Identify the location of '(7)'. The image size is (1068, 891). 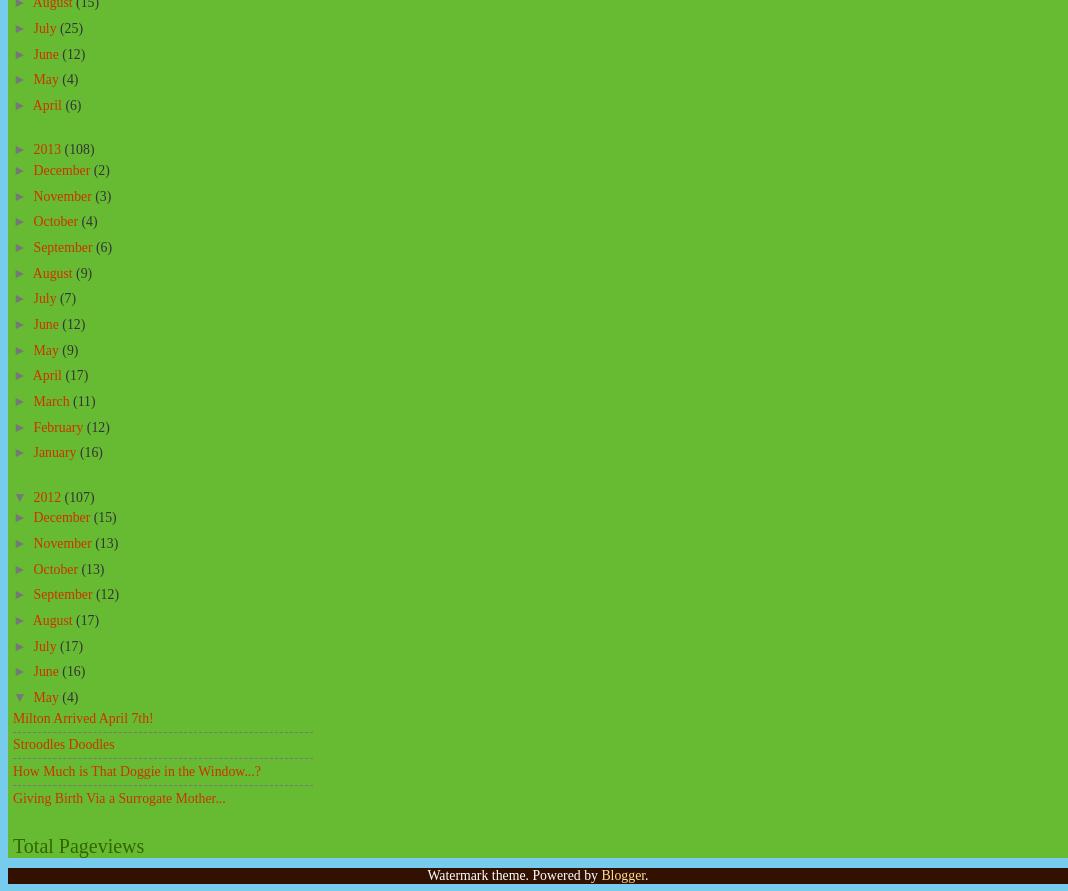
(67, 297).